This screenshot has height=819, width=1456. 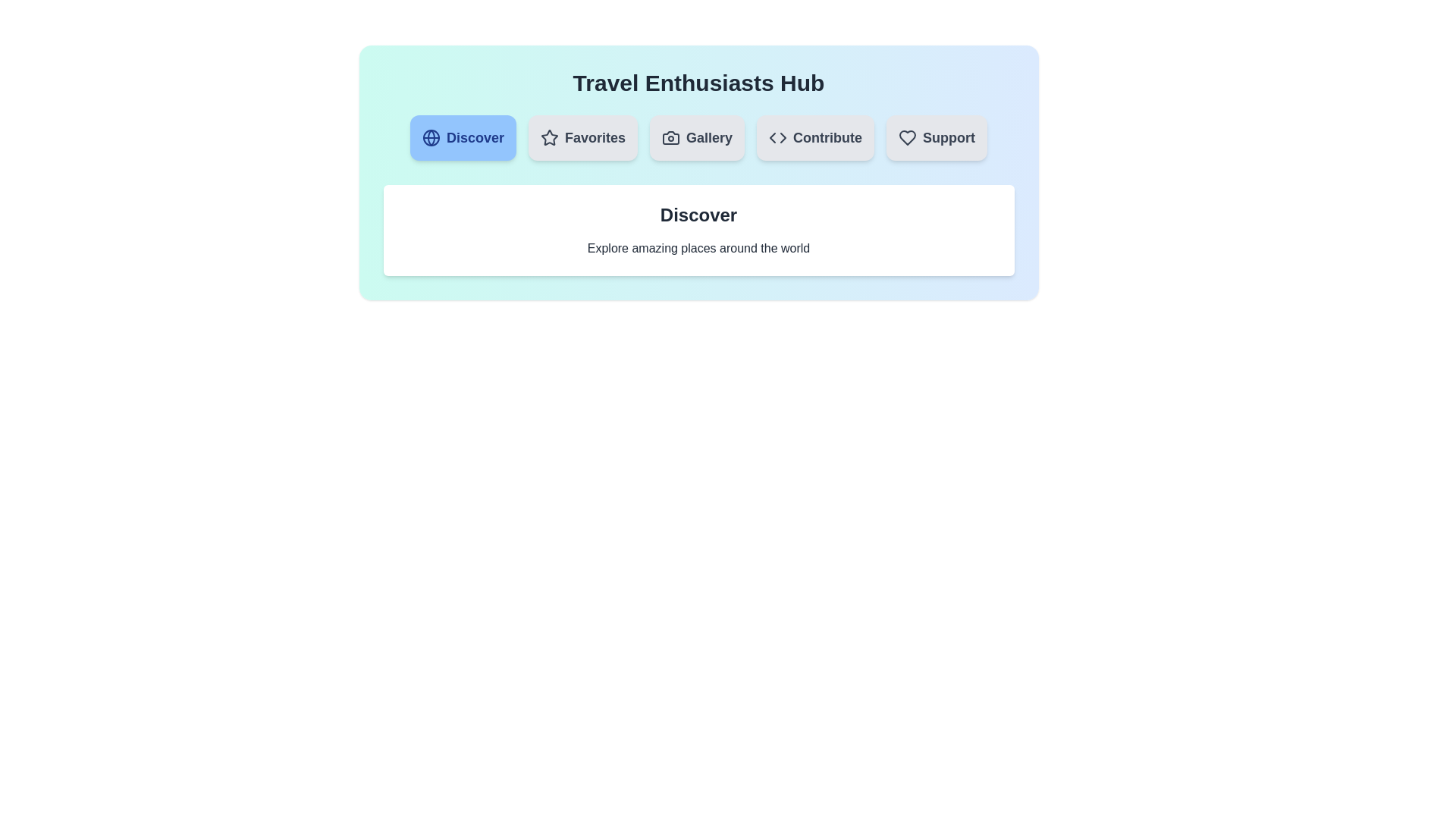 I want to click on the 'Favorites' button, which is a rectangular button with rounded corners and contains the word 'Favorites' in bold text, positioned to the right of the 'Discover' button, so click(x=582, y=137).